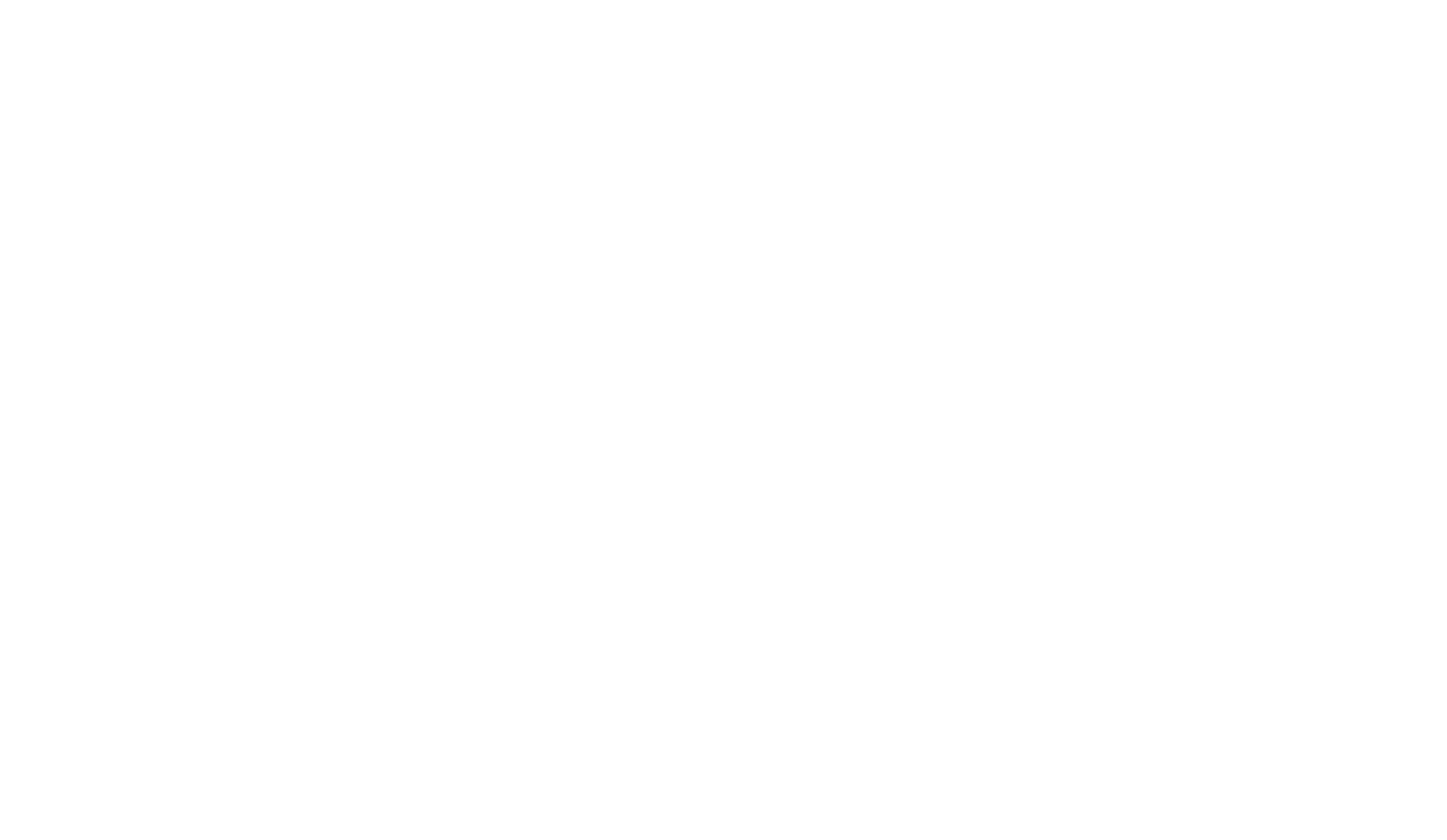 This screenshot has height=840, width=1447. I want to click on 'Algarve', so click(1072, 527).